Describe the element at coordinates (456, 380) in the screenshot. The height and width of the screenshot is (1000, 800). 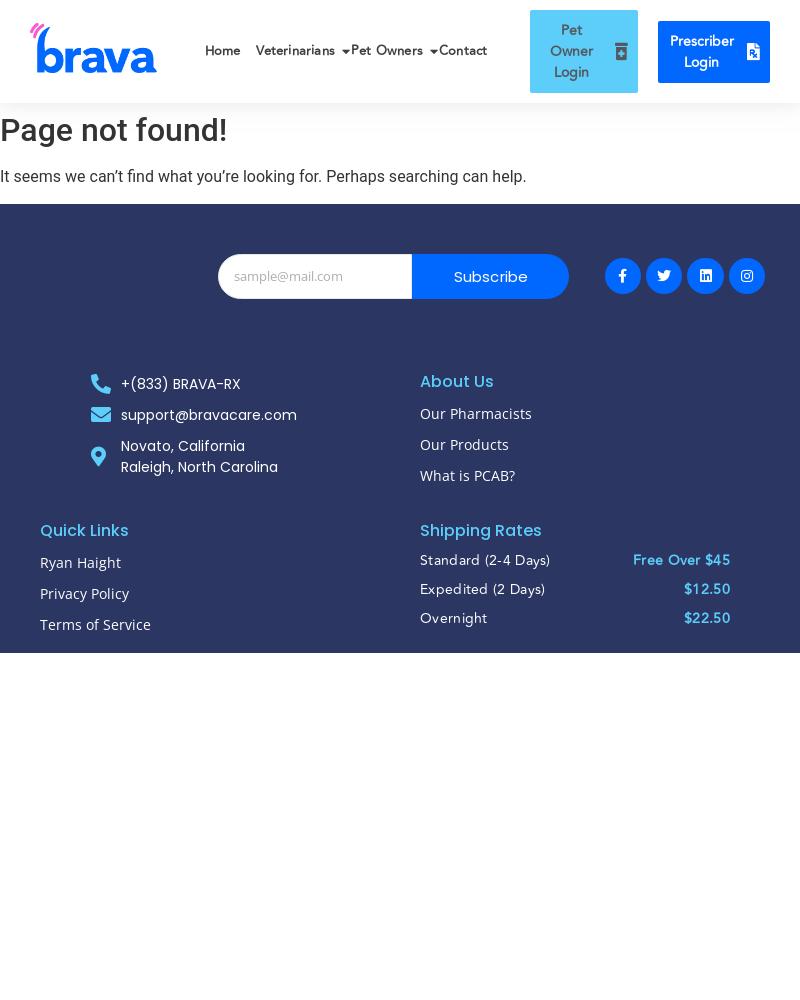
I see `'About Us'` at that location.